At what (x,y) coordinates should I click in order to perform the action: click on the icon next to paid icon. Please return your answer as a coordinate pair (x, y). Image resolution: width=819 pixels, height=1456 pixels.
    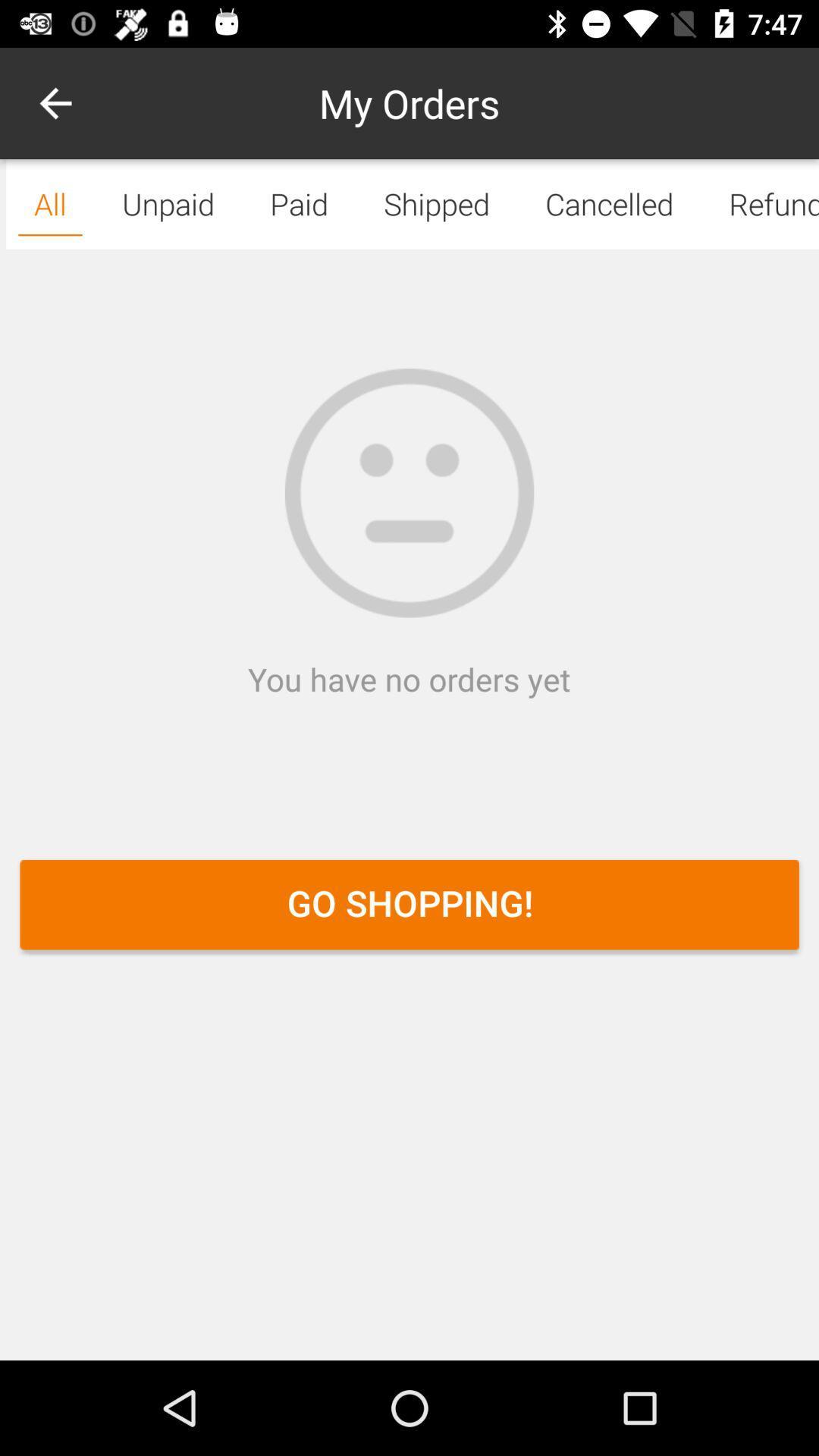
    Looking at the image, I should click on (55, 102).